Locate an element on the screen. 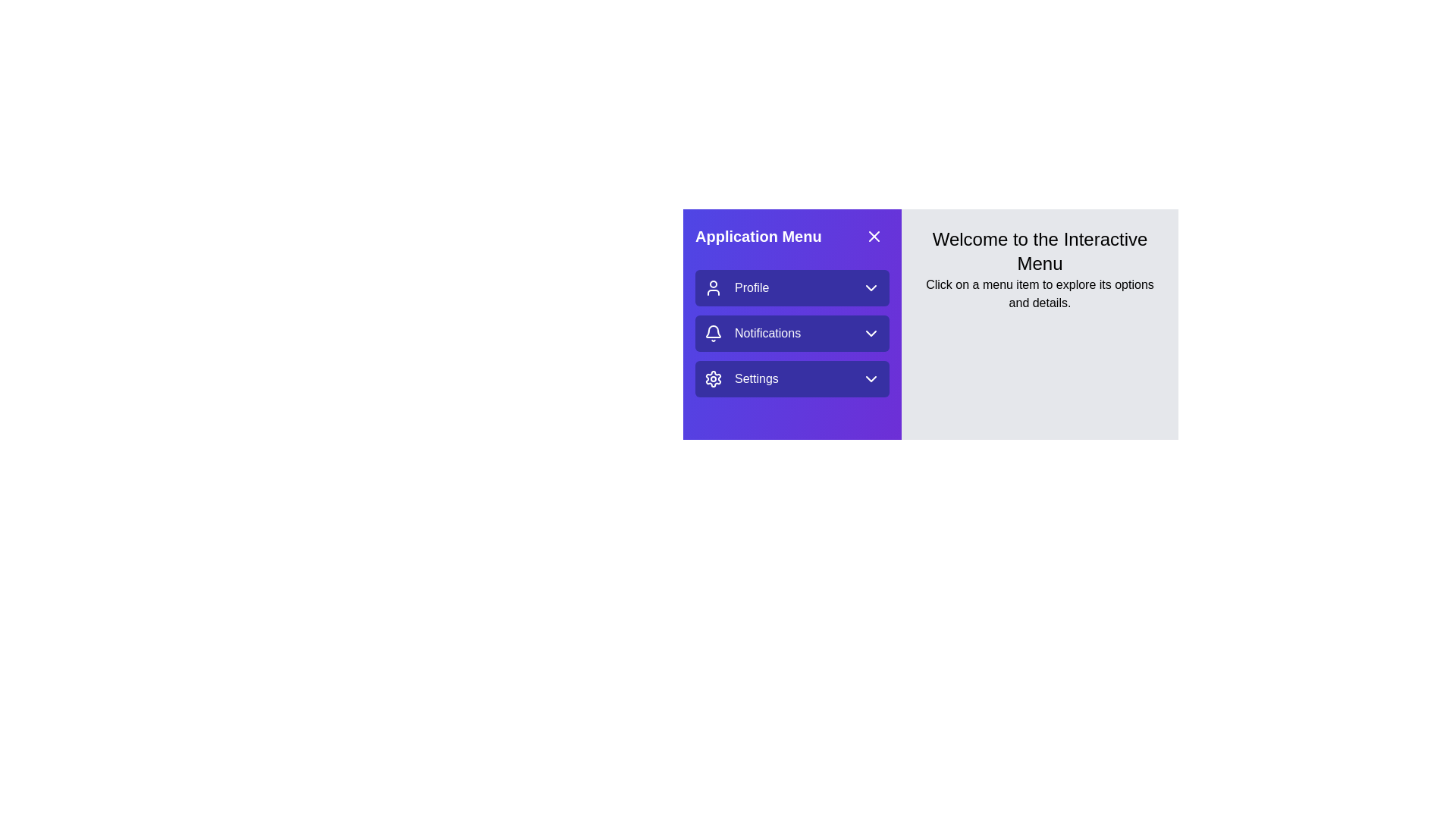  the 'Settings' button, which is the third item in the vertical menu list located between 'Notifications' and a chevron-down icon is located at coordinates (741, 378).